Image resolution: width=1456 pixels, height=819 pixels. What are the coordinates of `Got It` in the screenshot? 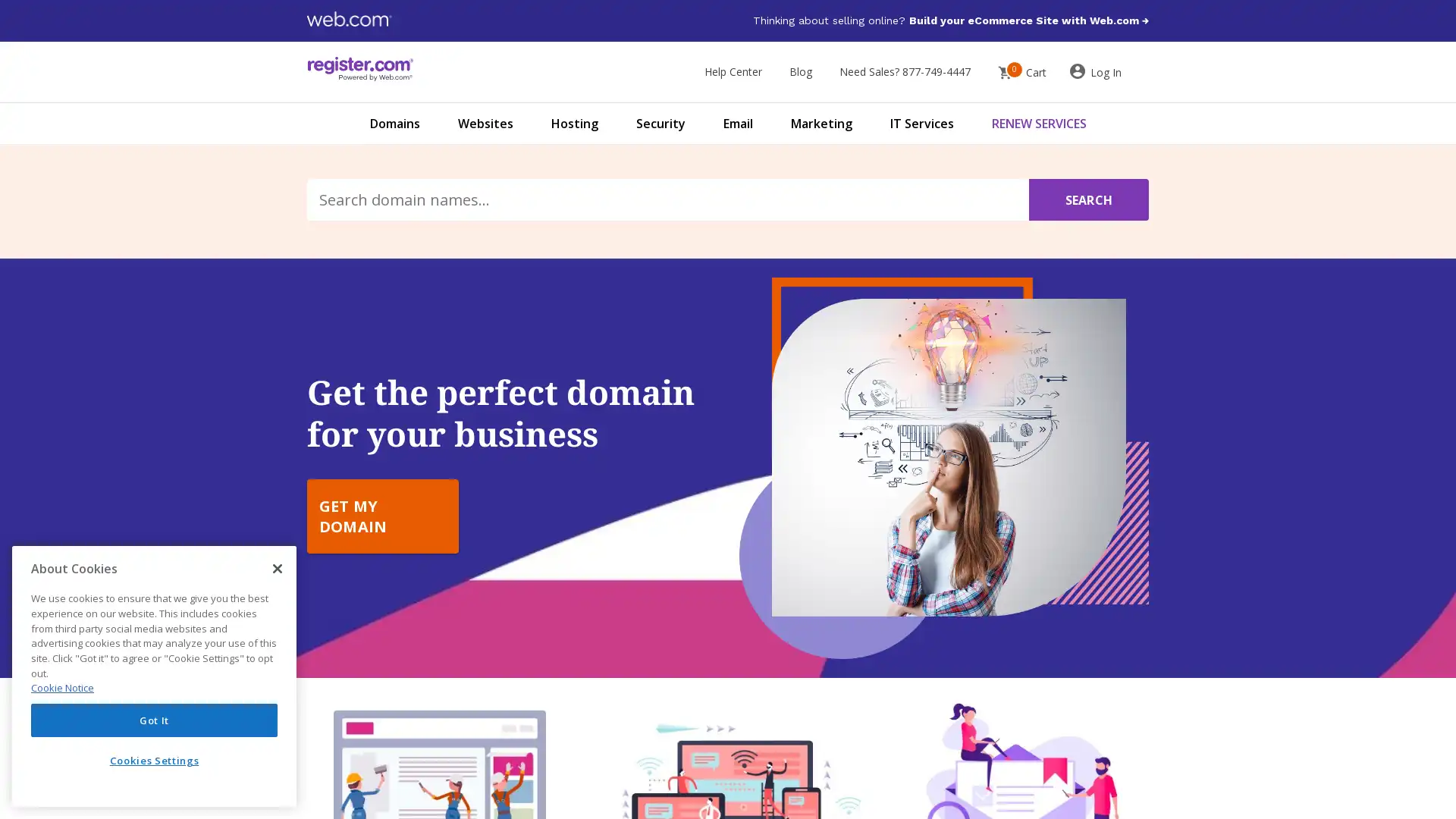 It's located at (154, 719).